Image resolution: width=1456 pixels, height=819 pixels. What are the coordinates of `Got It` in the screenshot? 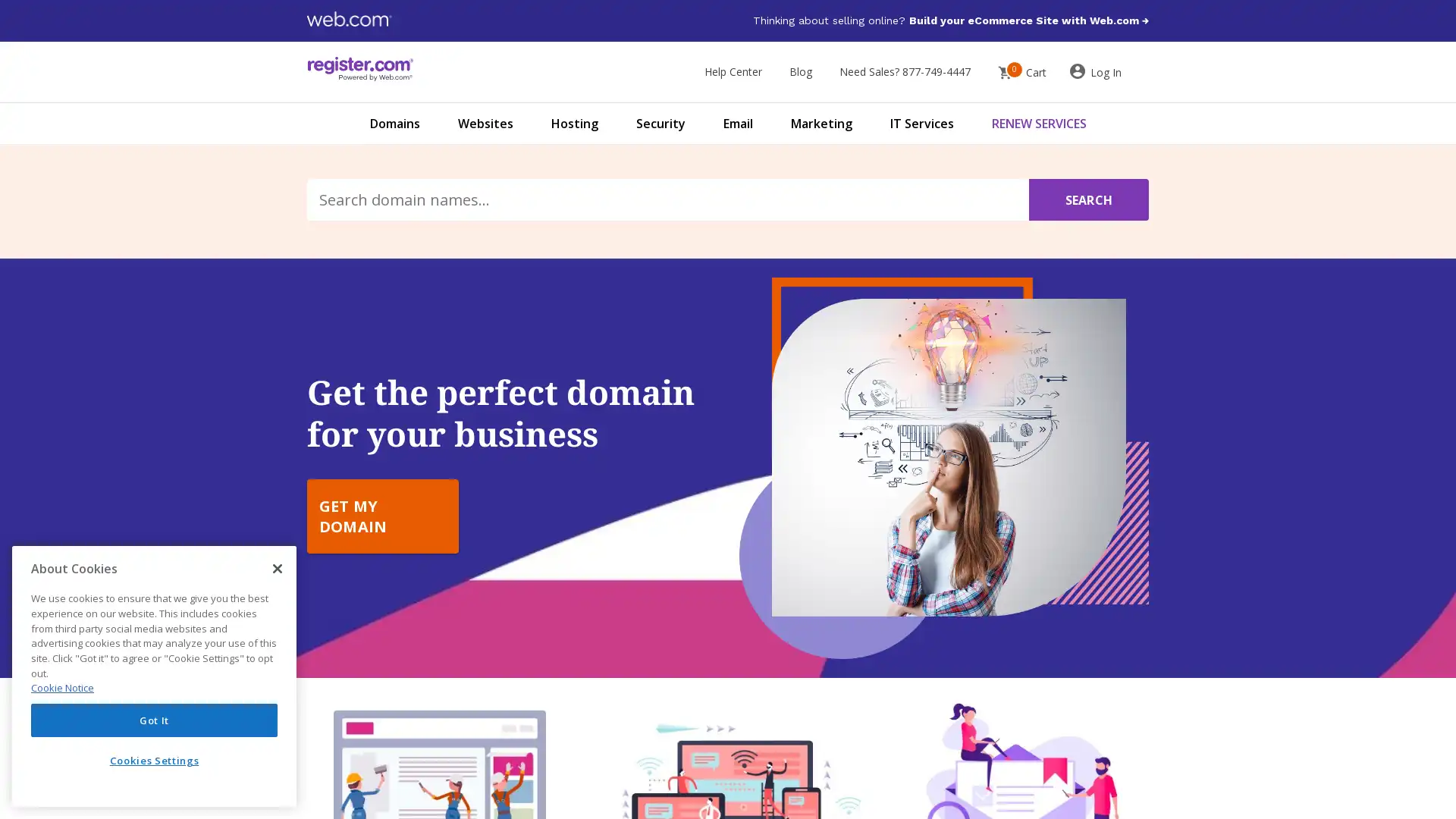 It's located at (154, 719).